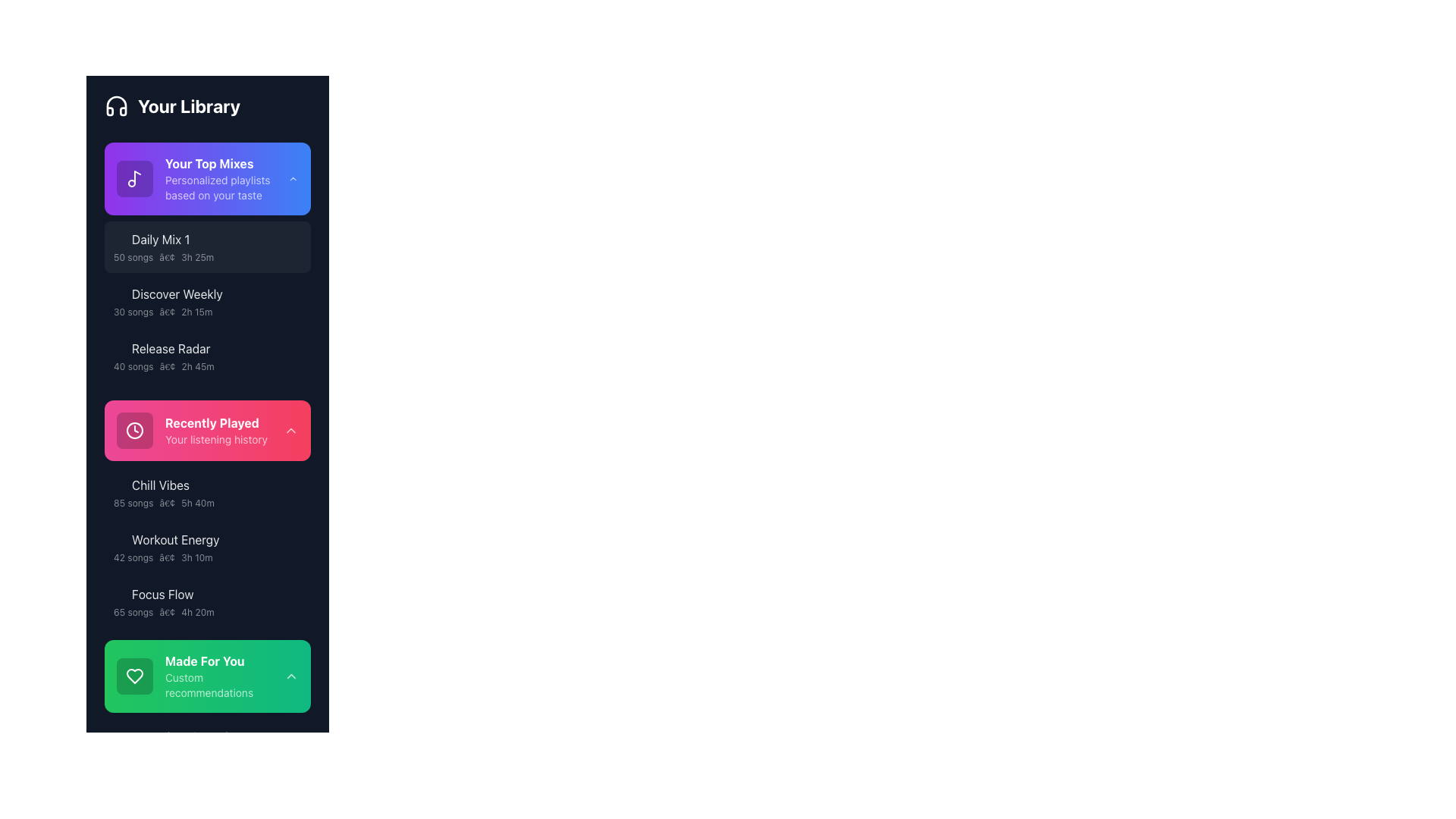  What do you see at coordinates (215, 423) in the screenshot?
I see `title text element related to 'Recently Played', positioned in the middle section of a vertical menu, above 'Your listening history' and below 'Release Radar'` at bounding box center [215, 423].